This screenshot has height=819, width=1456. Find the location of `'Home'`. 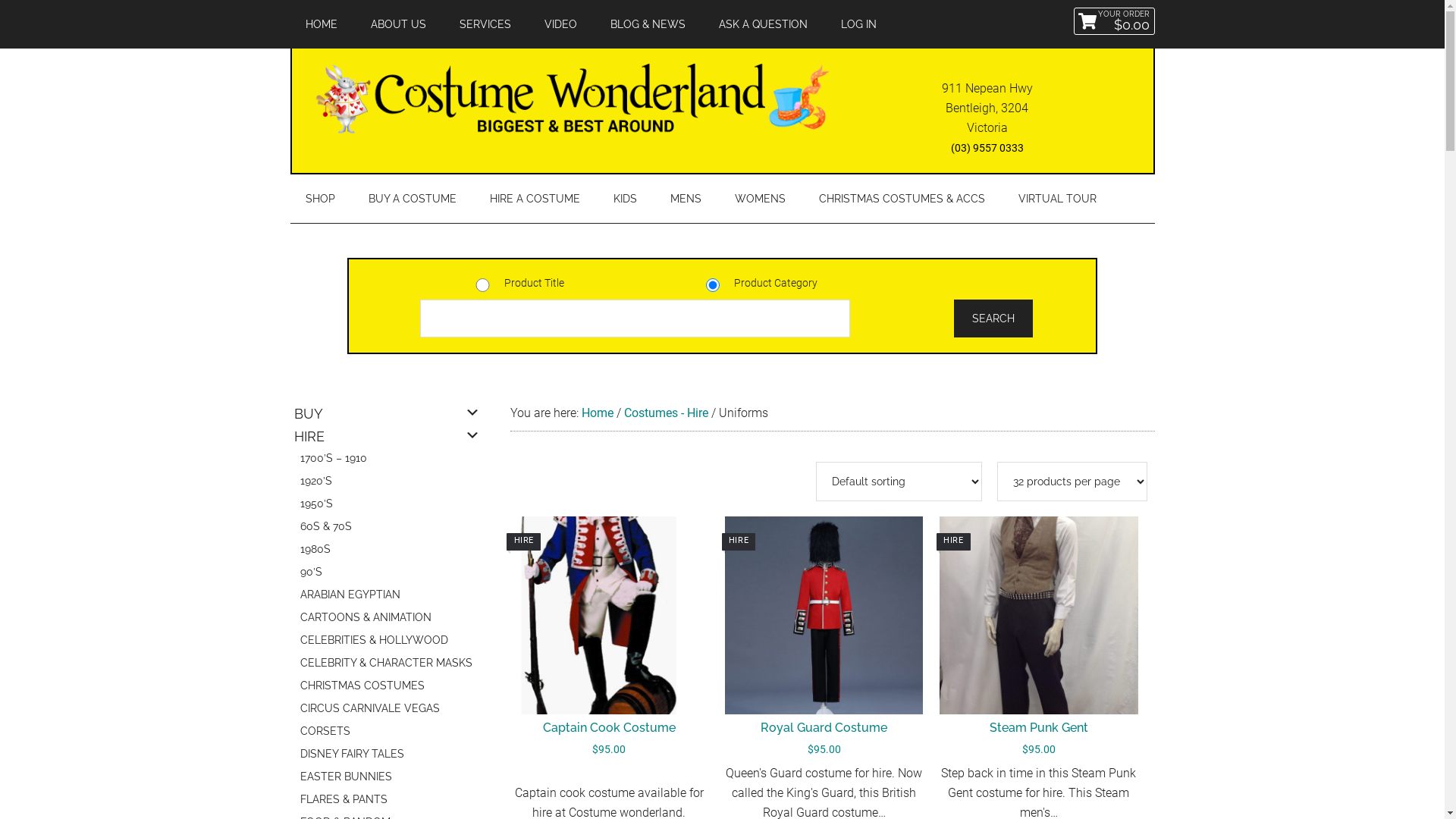

'Home' is located at coordinates (596, 413).